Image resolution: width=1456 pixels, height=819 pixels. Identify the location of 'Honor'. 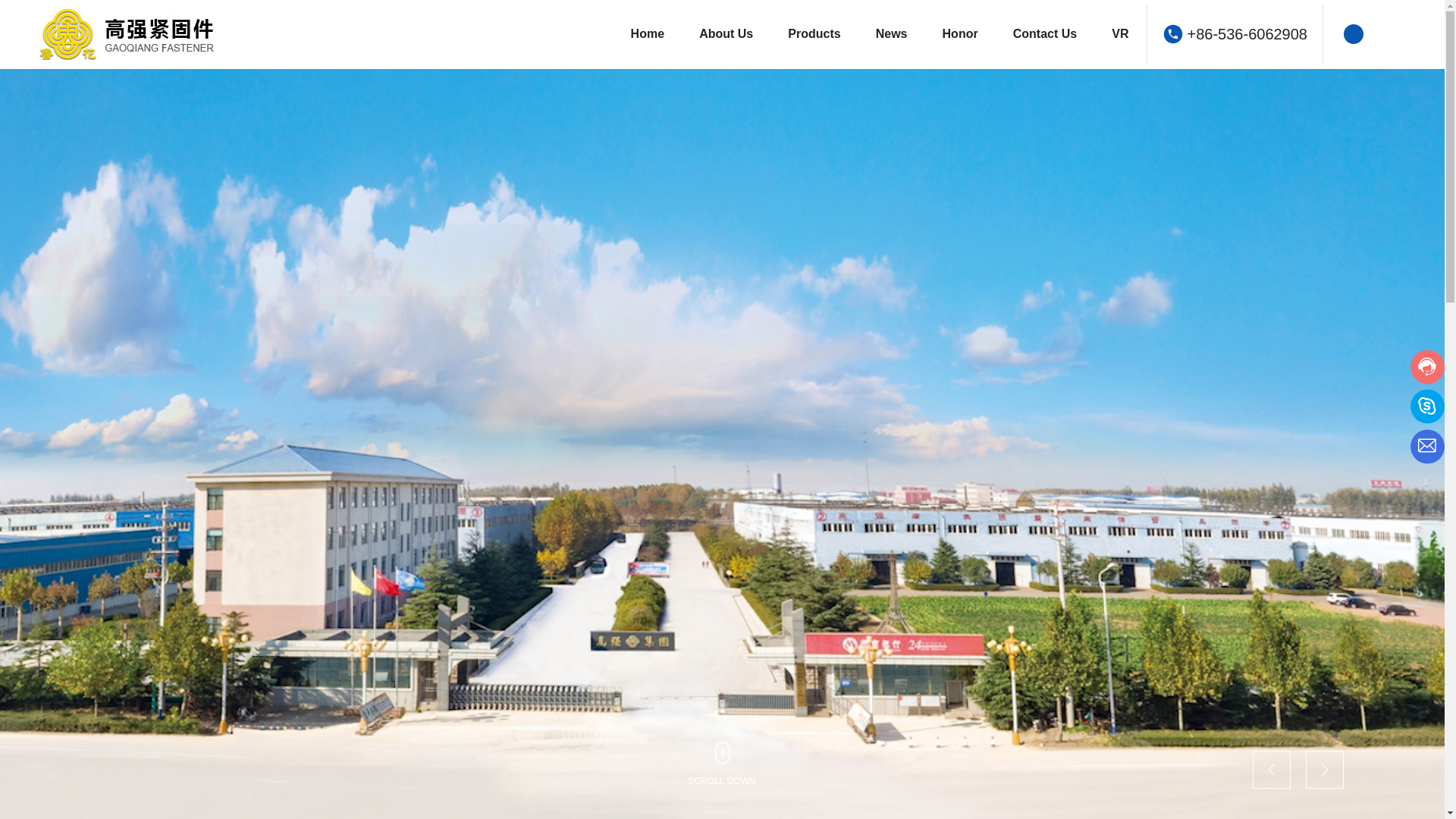
(959, 34).